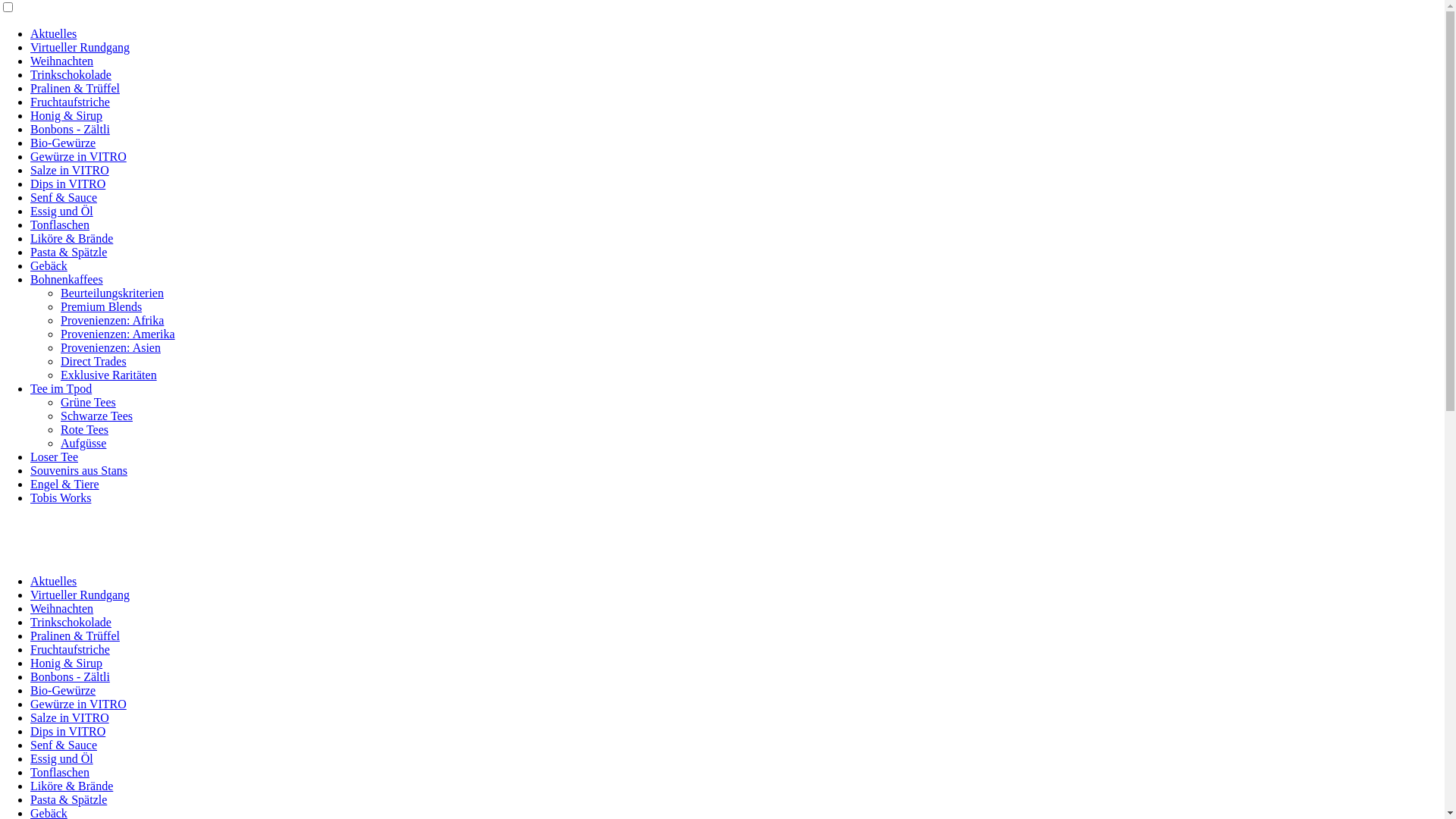  What do you see at coordinates (96, 416) in the screenshot?
I see `'Schwarze Tees'` at bounding box center [96, 416].